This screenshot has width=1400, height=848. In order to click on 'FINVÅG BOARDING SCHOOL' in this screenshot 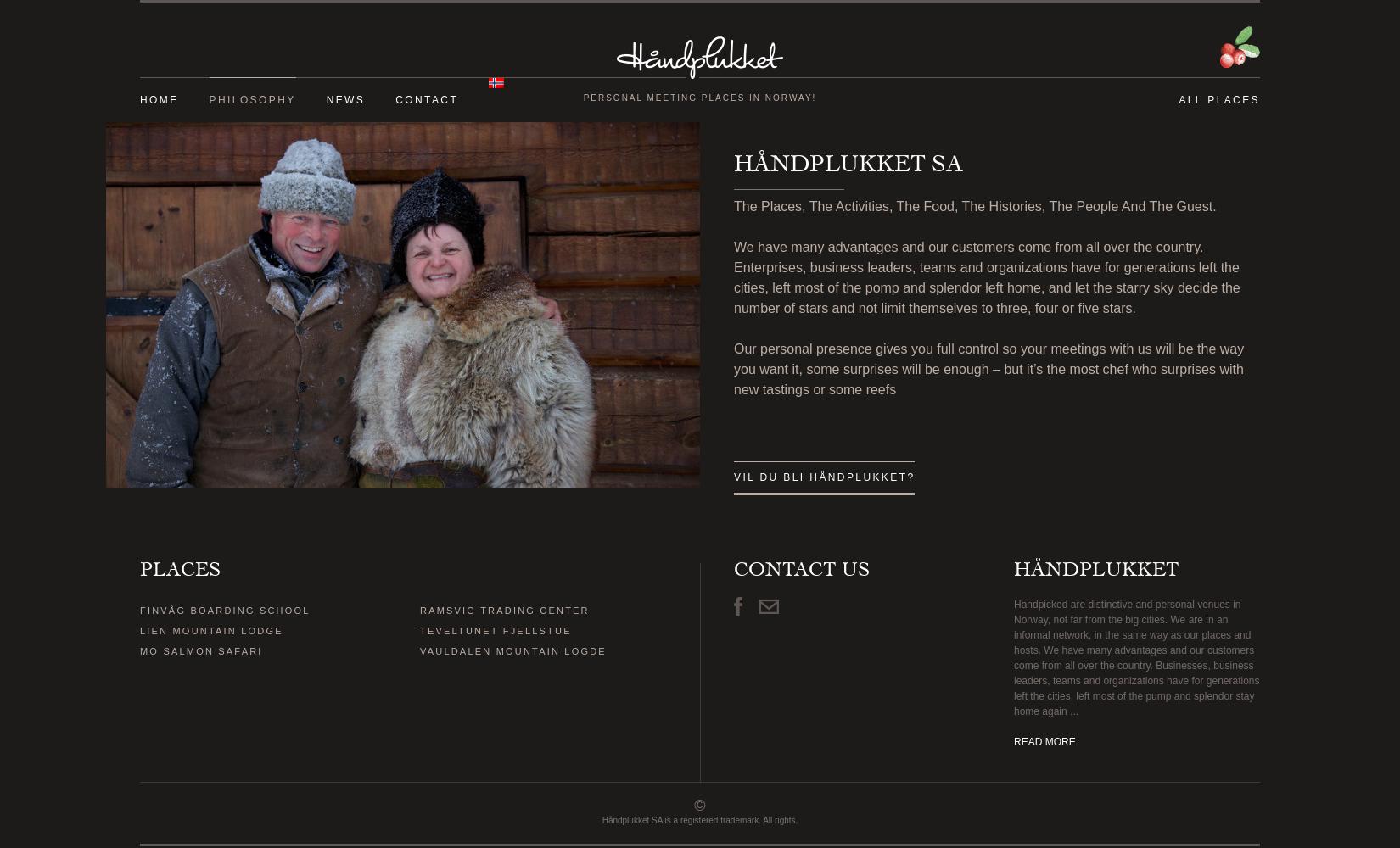, I will do `click(224, 610)`.